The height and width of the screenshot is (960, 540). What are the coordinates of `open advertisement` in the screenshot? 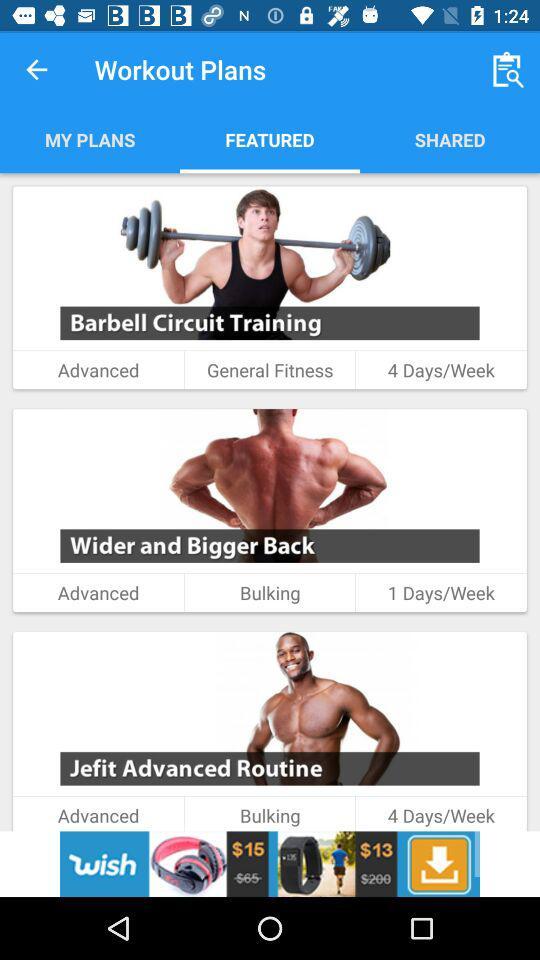 It's located at (270, 863).